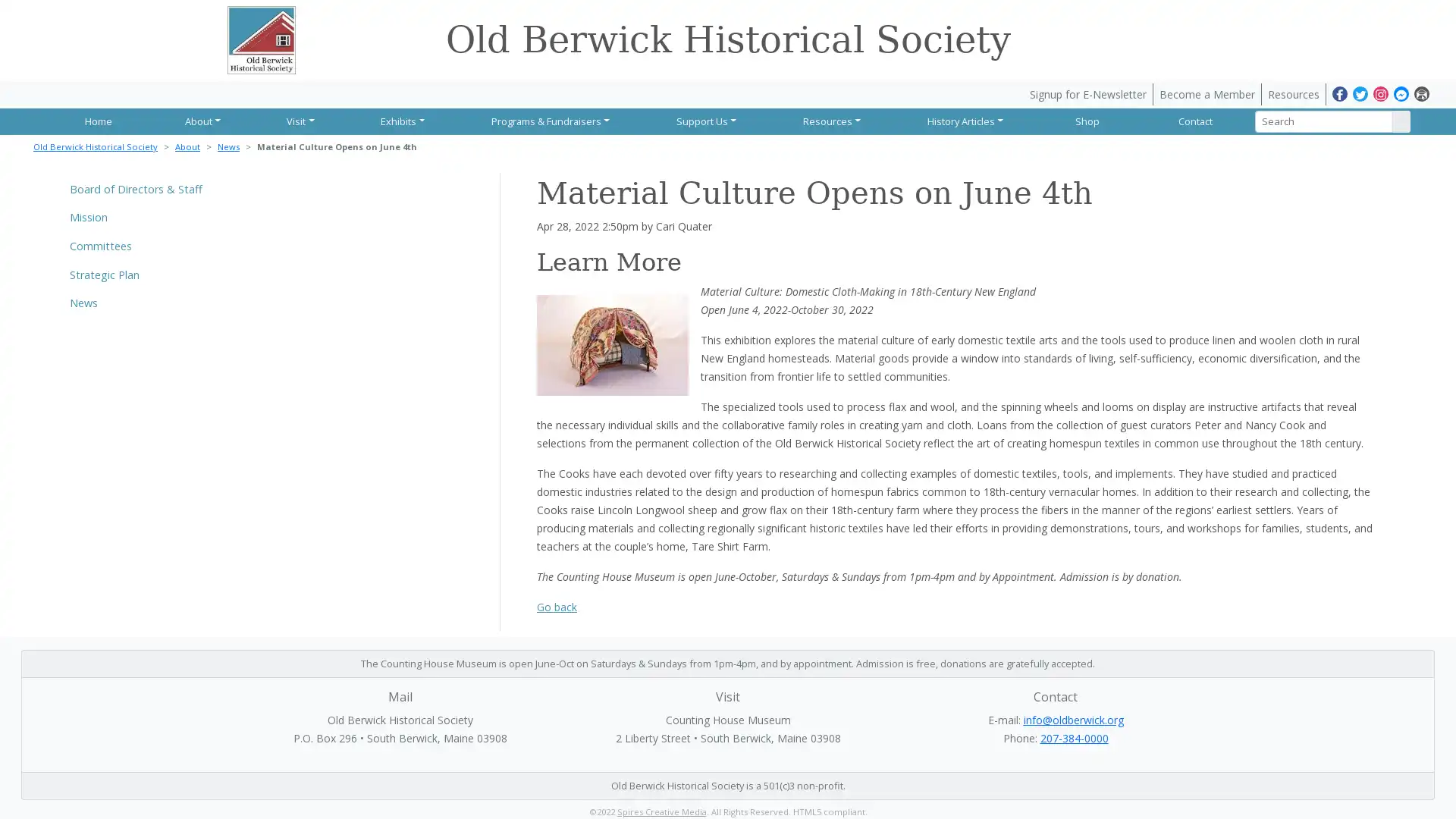  I want to click on Exhibits, so click(400, 120).